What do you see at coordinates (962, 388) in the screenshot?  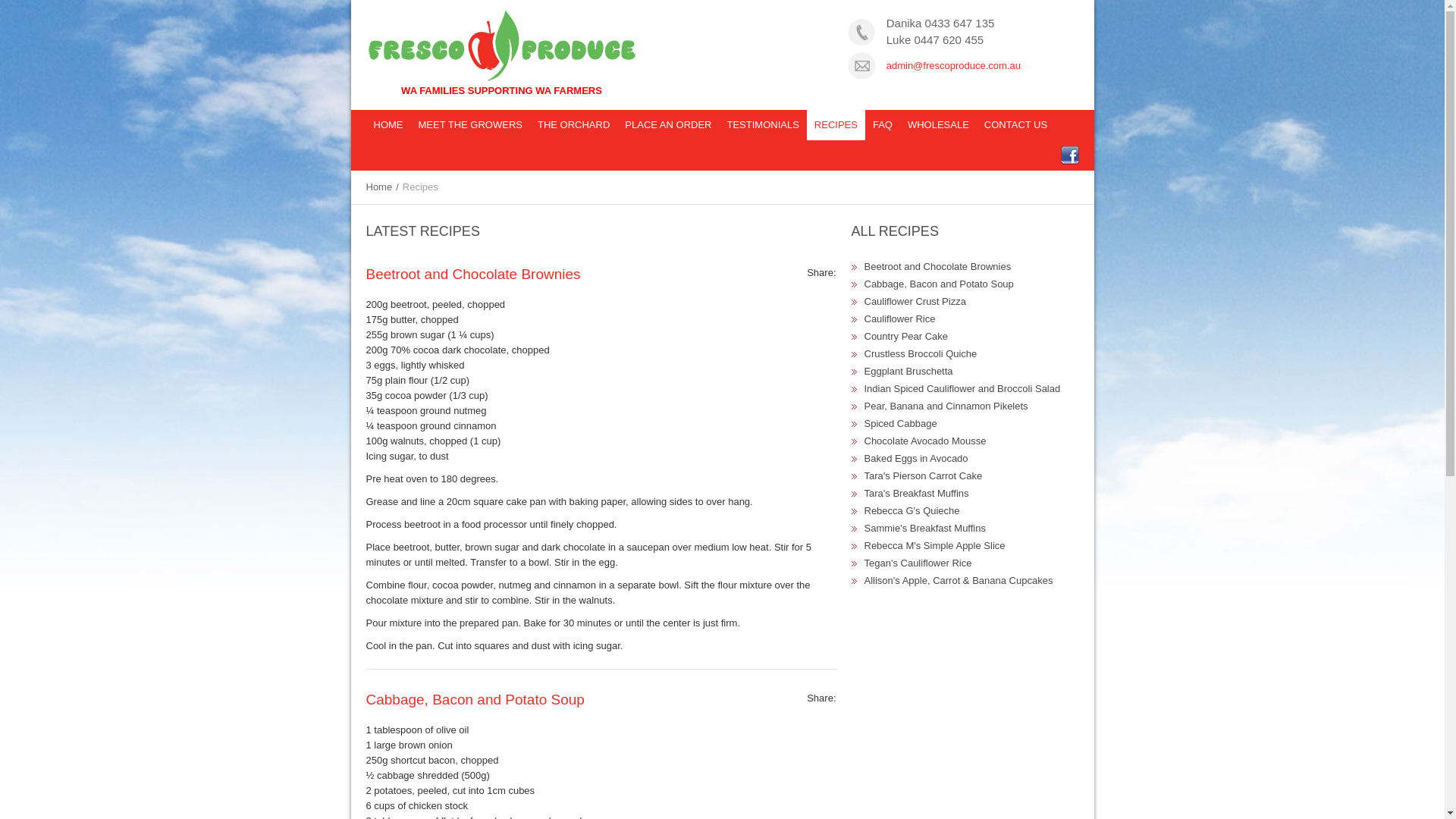 I see `'Indian Spiced Cauliflower and Broccoli Salad'` at bounding box center [962, 388].